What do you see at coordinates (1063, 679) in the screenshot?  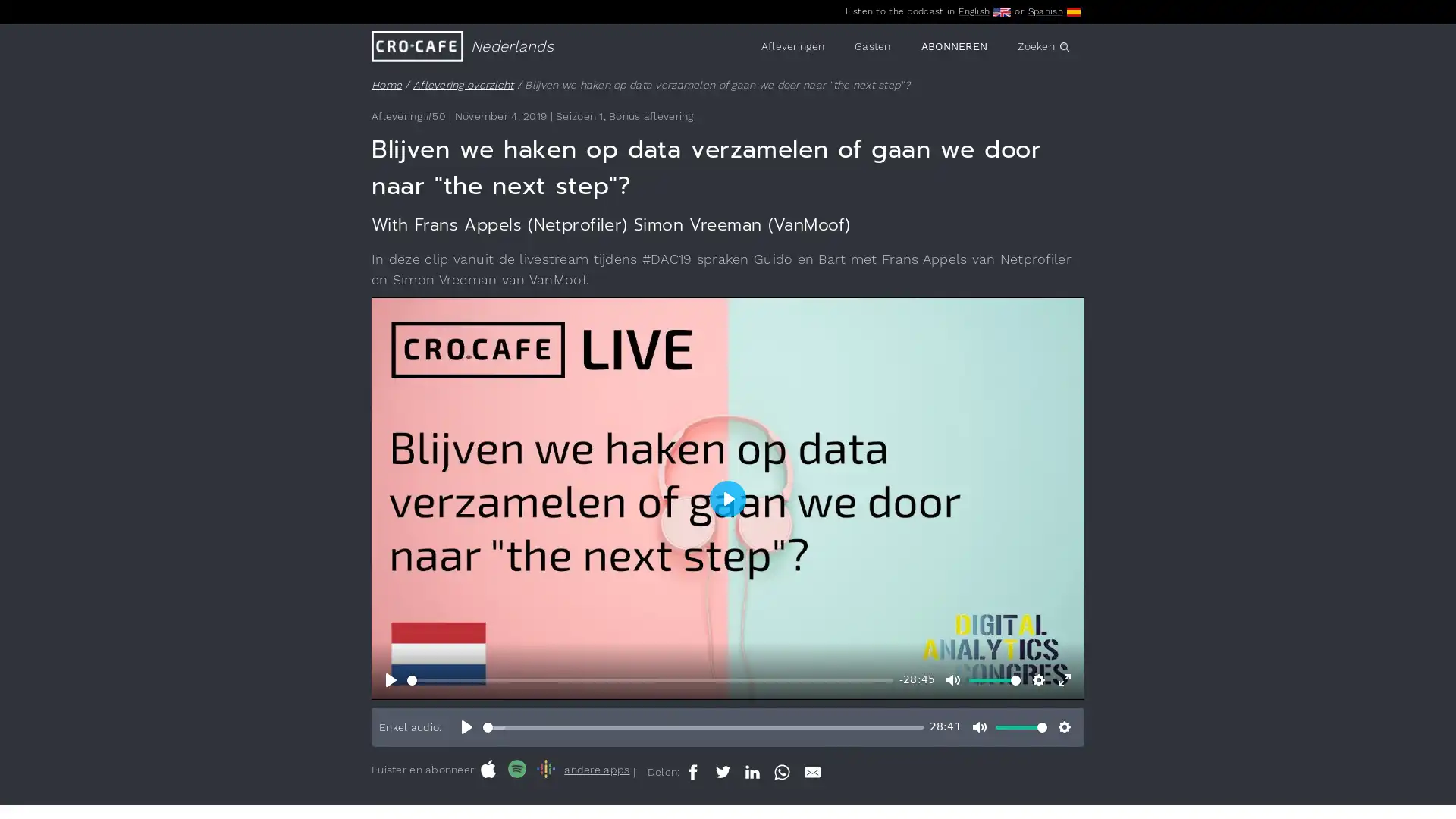 I see `Enter fullscreen` at bounding box center [1063, 679].